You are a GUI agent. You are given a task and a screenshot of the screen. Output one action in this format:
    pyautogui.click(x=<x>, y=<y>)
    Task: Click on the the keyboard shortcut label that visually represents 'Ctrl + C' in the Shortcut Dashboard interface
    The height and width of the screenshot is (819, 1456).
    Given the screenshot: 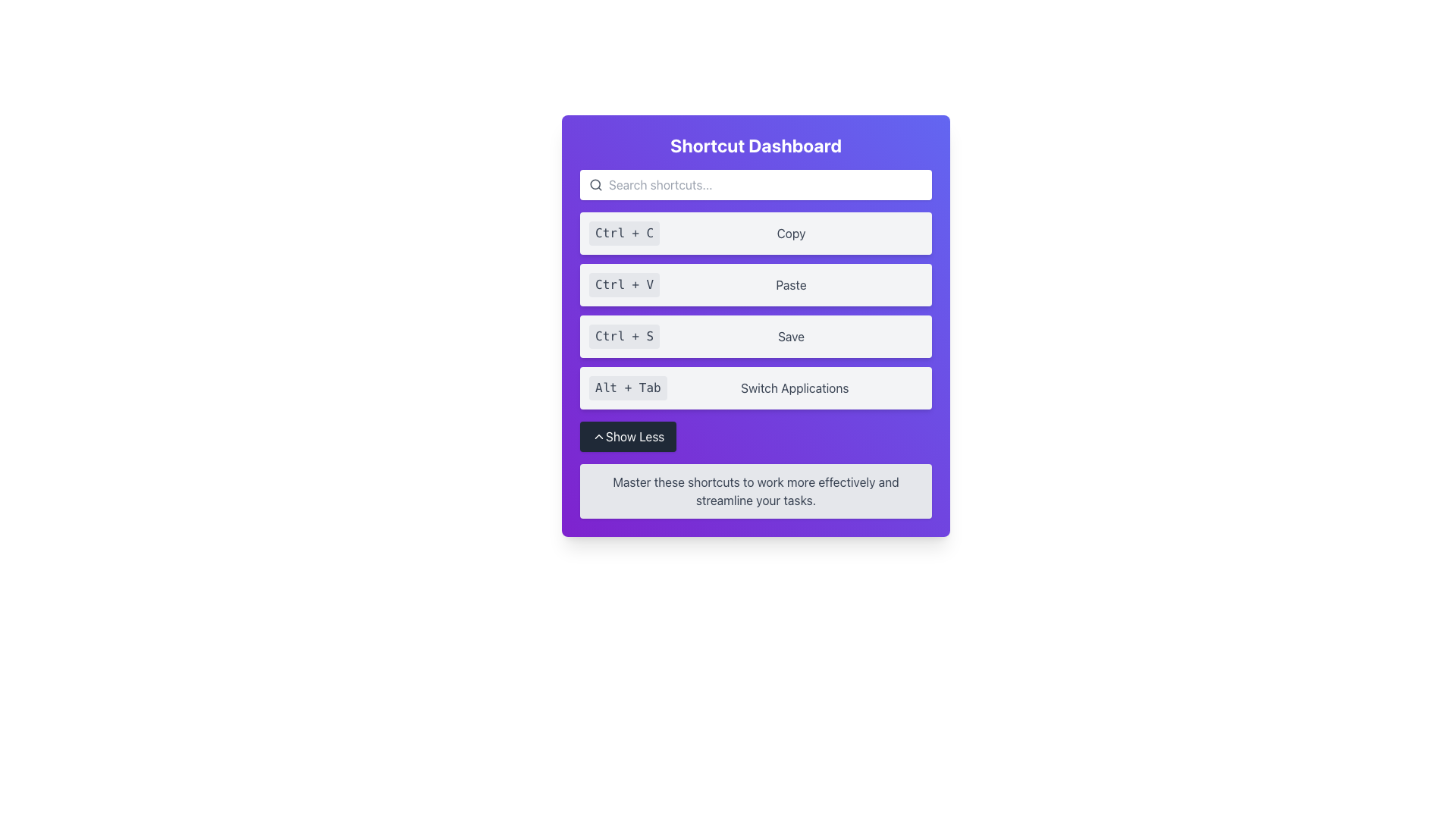 What is the action you would take?
    pyautogui.click(x=624, y=234)
    